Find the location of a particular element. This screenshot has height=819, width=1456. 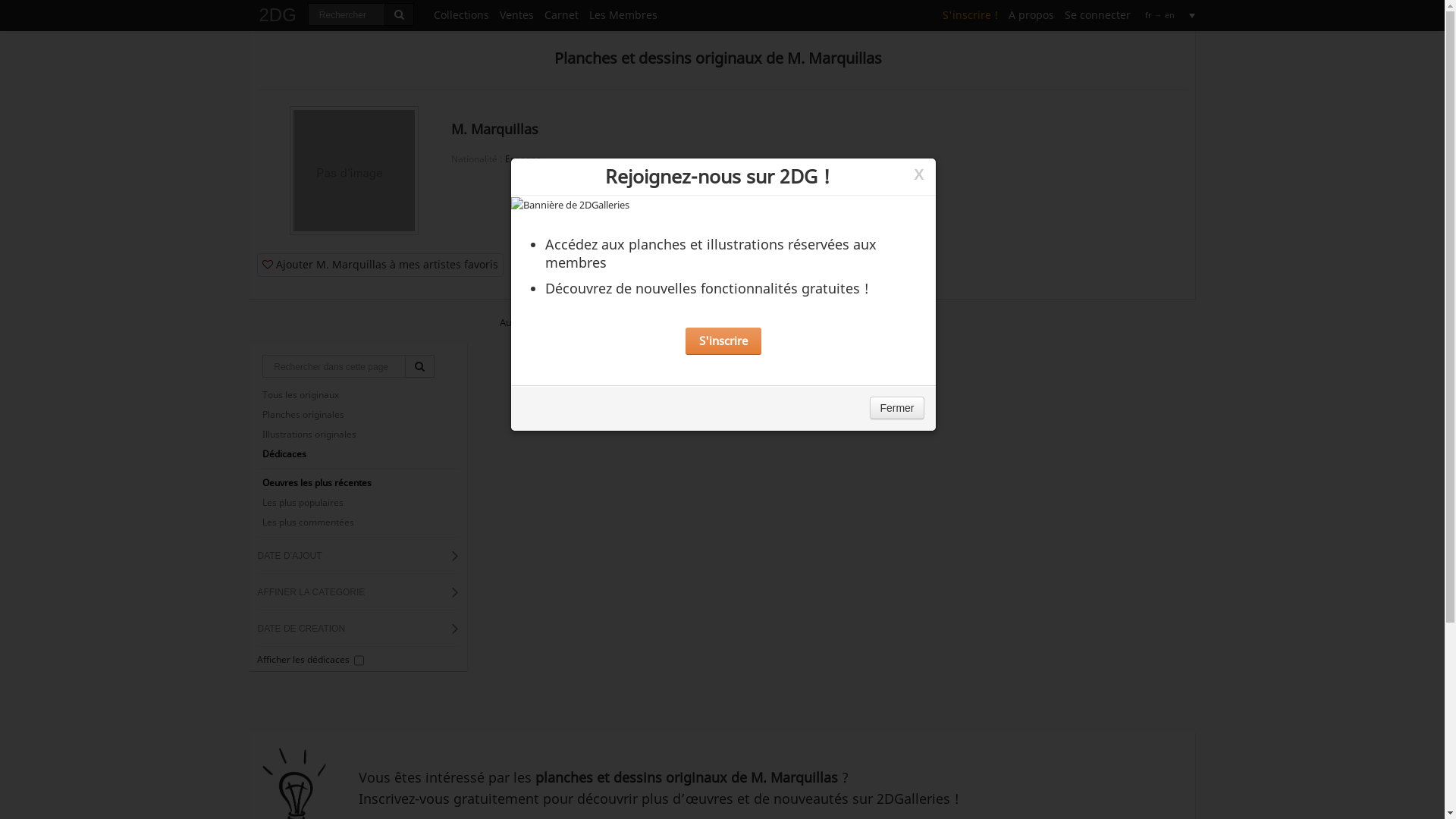

'S'inscrire' is located at coordinates (723, 341).